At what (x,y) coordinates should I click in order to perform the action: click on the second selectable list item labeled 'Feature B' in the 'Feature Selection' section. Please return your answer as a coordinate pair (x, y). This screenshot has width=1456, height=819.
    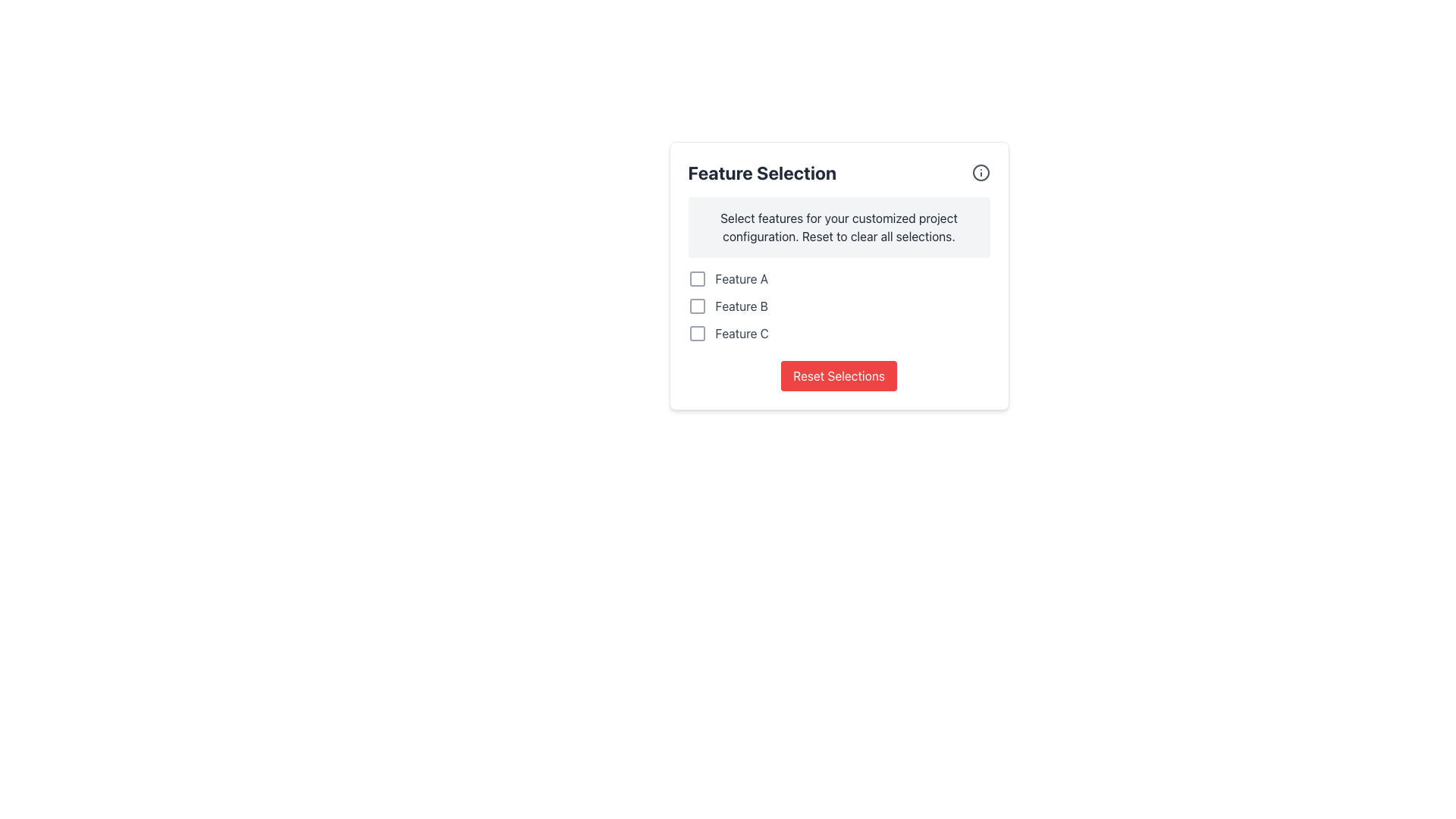
    Looking at the image, I should click on (838, 306).